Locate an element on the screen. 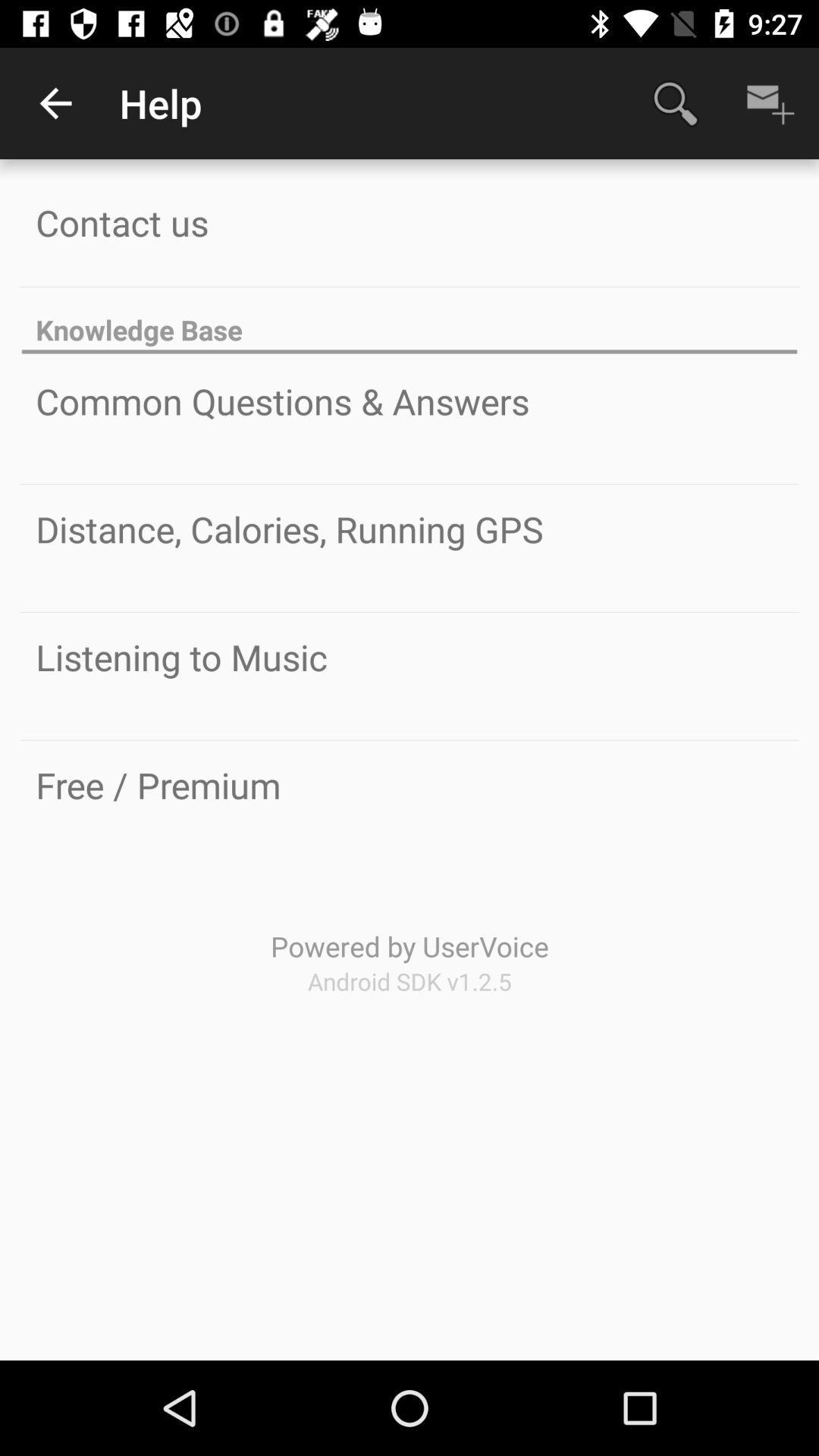 Image resolution: width=819 pixels, height=1456 pixels. common questions & answers icon is located at coordinates (282, 401).